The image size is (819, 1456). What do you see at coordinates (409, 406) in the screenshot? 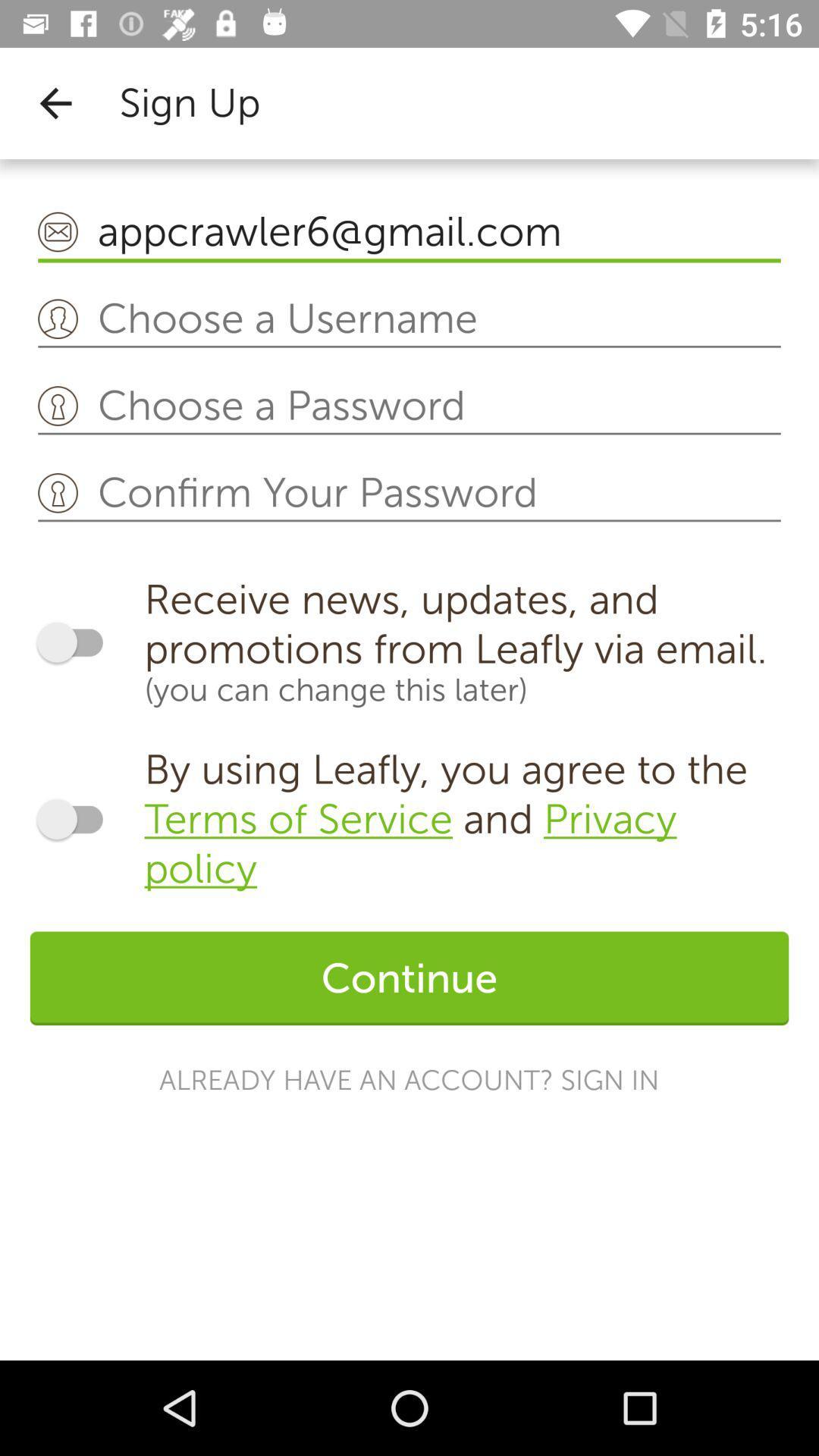
I see `choose password` at bounding box center [409, 406].